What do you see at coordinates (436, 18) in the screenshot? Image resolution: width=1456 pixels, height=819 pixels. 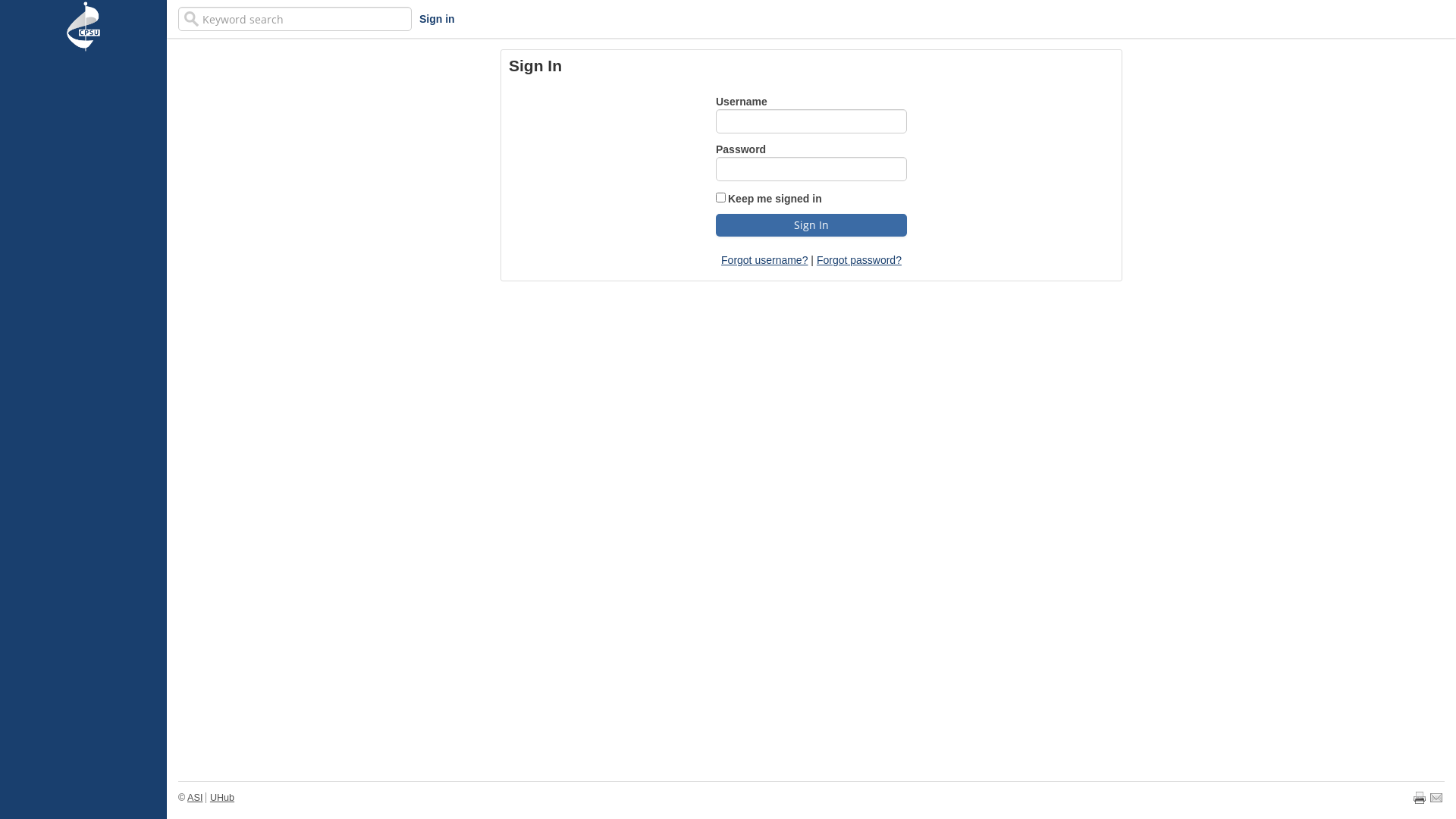 I see `'Sign in'` at bounding box center [436, 18].